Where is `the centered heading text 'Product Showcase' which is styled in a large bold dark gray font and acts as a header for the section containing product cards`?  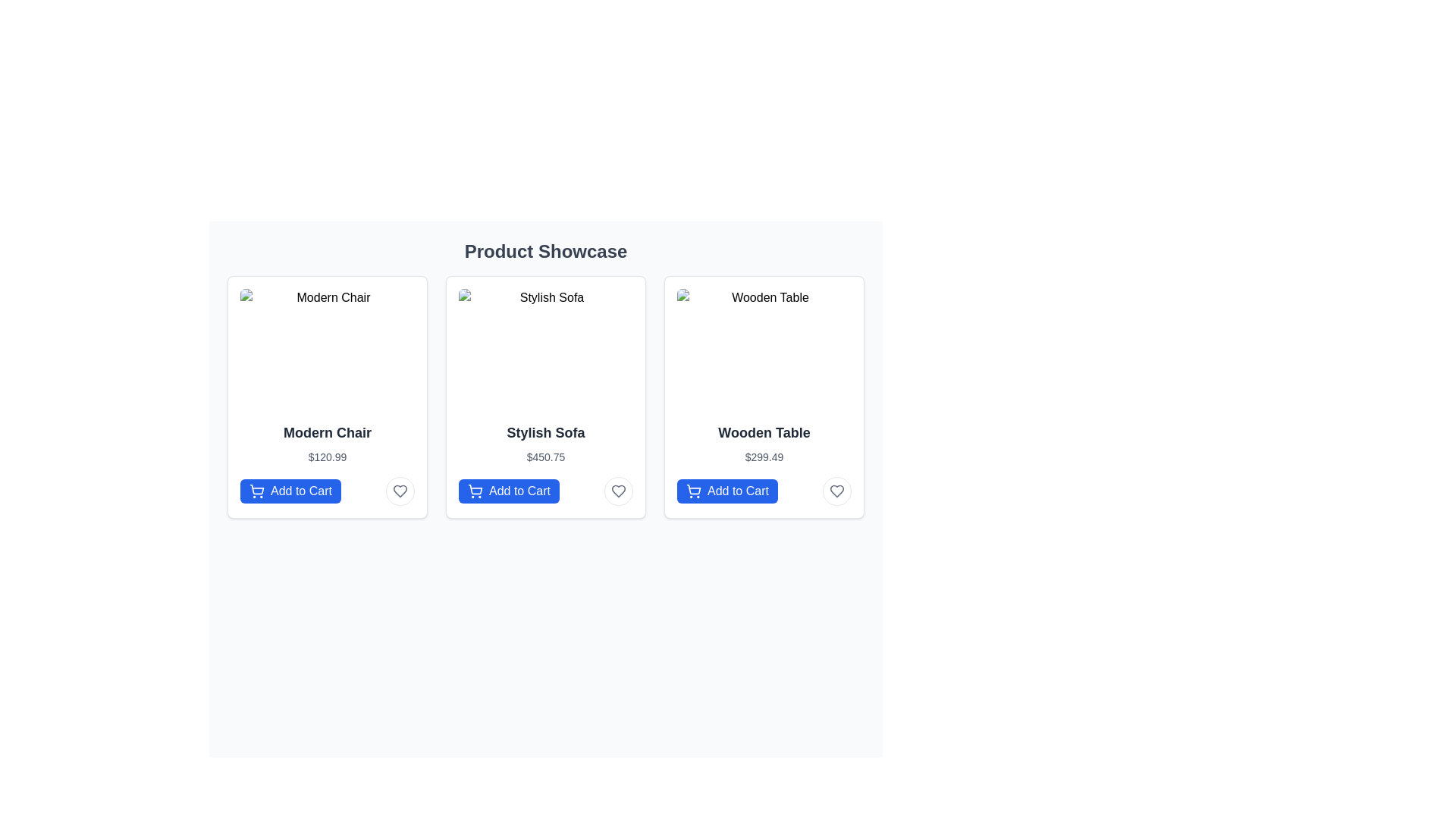
the centered heading text 'Product Showcase' which is styled in a large bold dark gray font and acts as a header for the section containing product cards is located at coordinates (546, 250).